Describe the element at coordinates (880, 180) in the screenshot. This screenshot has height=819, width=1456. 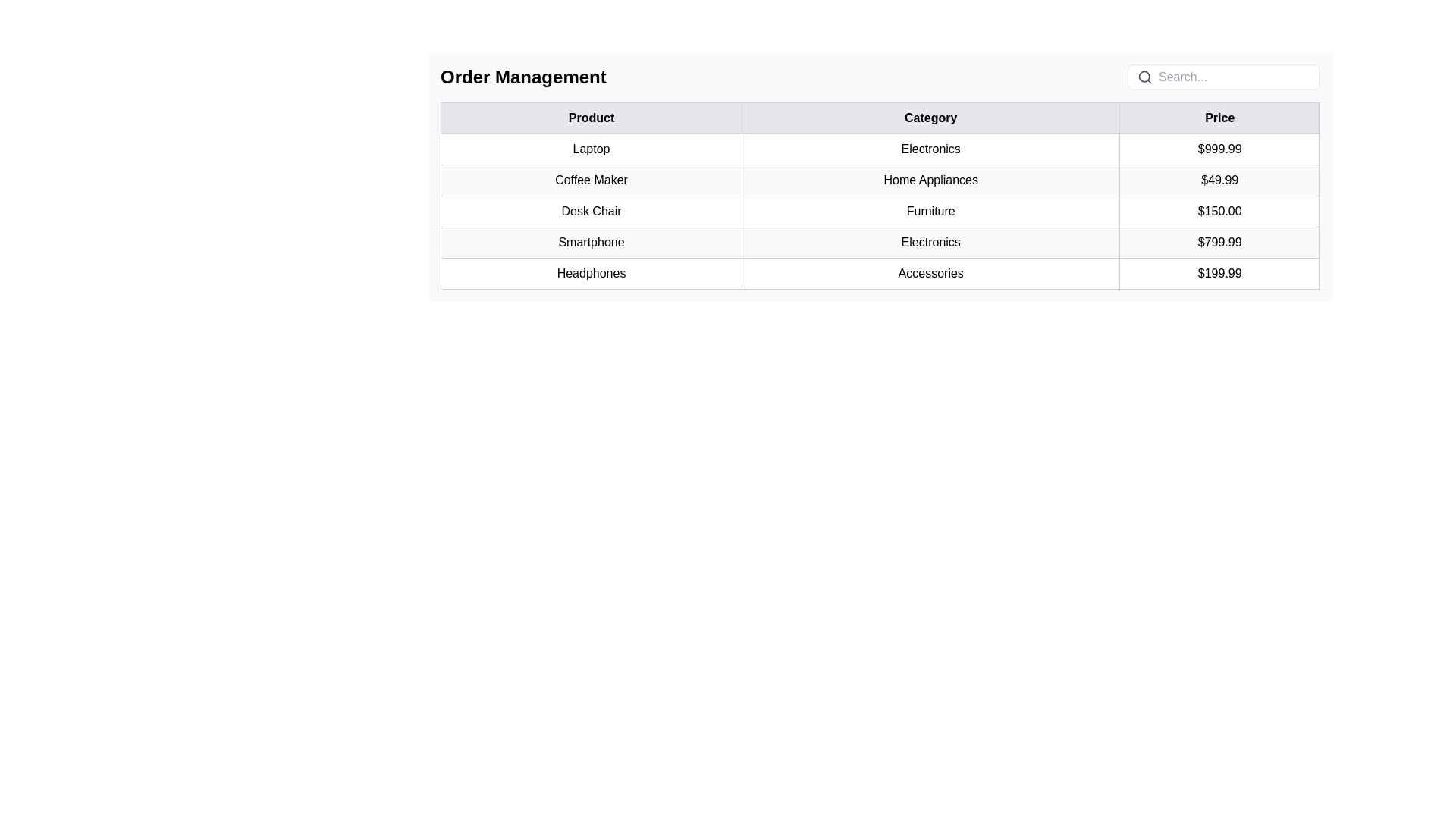
I see `the second row of the product table that displays information about a specific product, including its name, category, and price` at that location.